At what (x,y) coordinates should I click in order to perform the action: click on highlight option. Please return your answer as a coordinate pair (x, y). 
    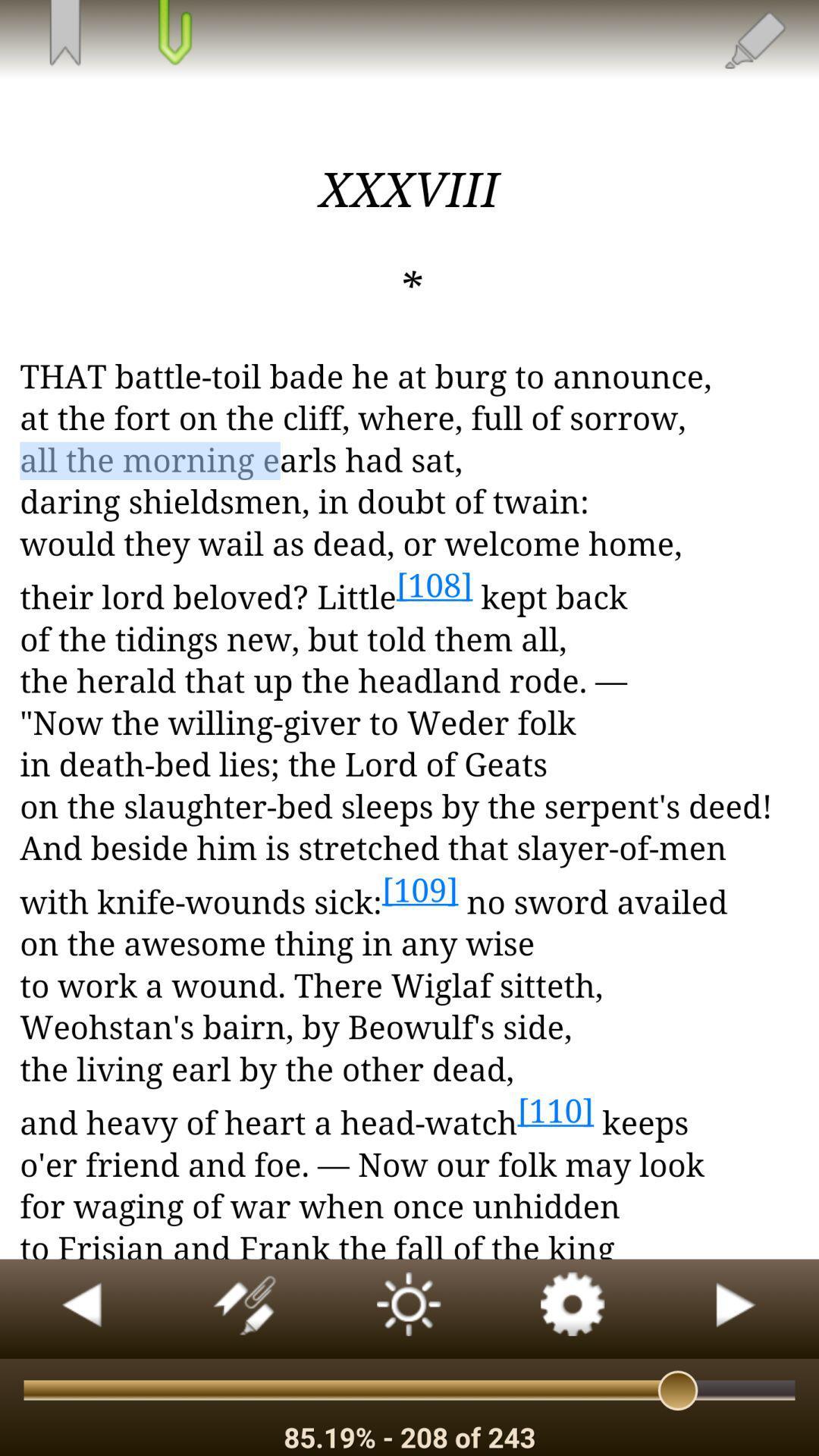
    Looking at the image, I should click on (754, 39).